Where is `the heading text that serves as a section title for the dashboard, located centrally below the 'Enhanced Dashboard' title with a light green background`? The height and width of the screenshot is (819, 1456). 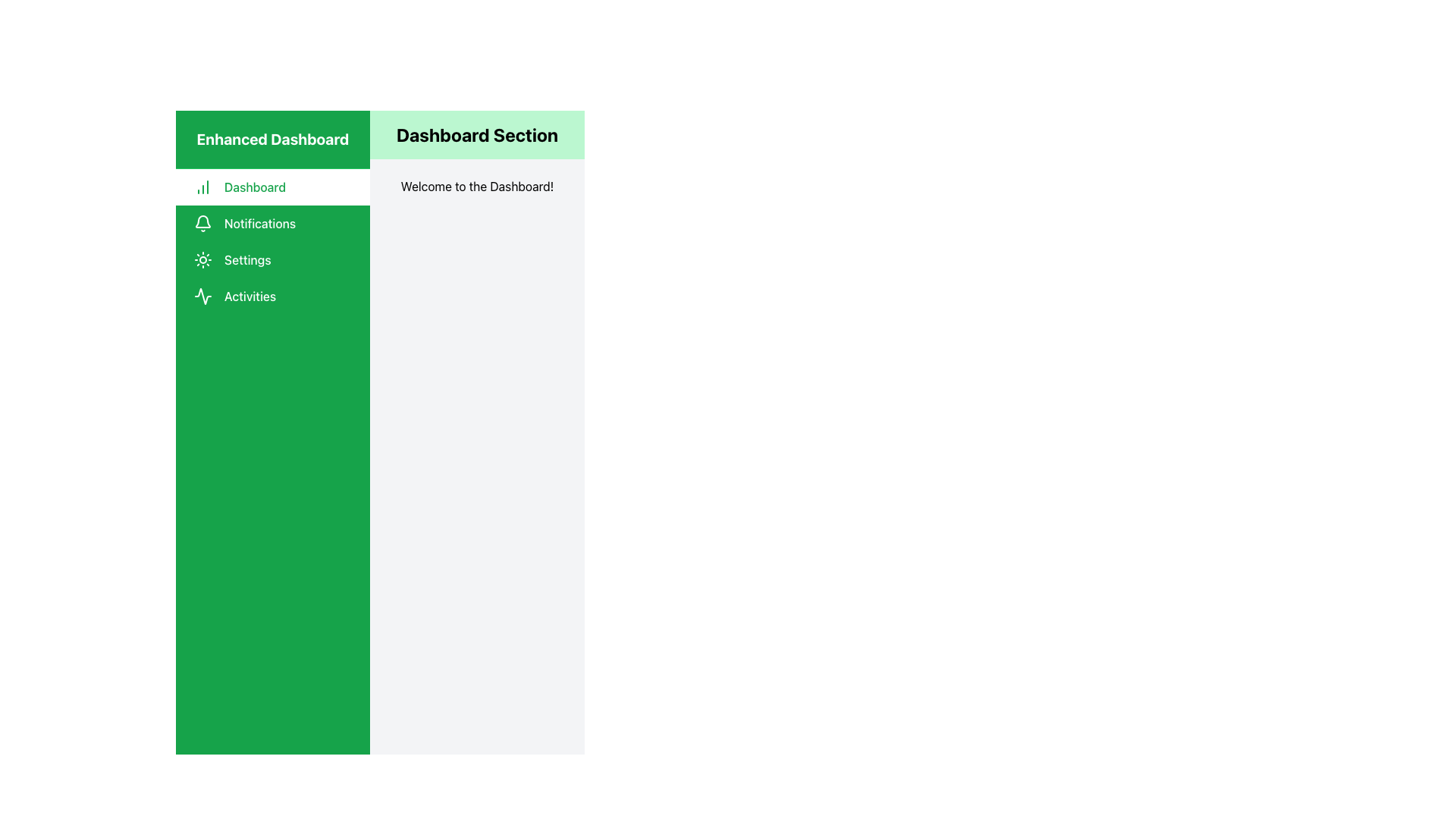 the heading text that serves as a section title for the dashboard, located centrally below the 'Enhanced Dashboard' title with a light green background is located at coordinates (476, 133).